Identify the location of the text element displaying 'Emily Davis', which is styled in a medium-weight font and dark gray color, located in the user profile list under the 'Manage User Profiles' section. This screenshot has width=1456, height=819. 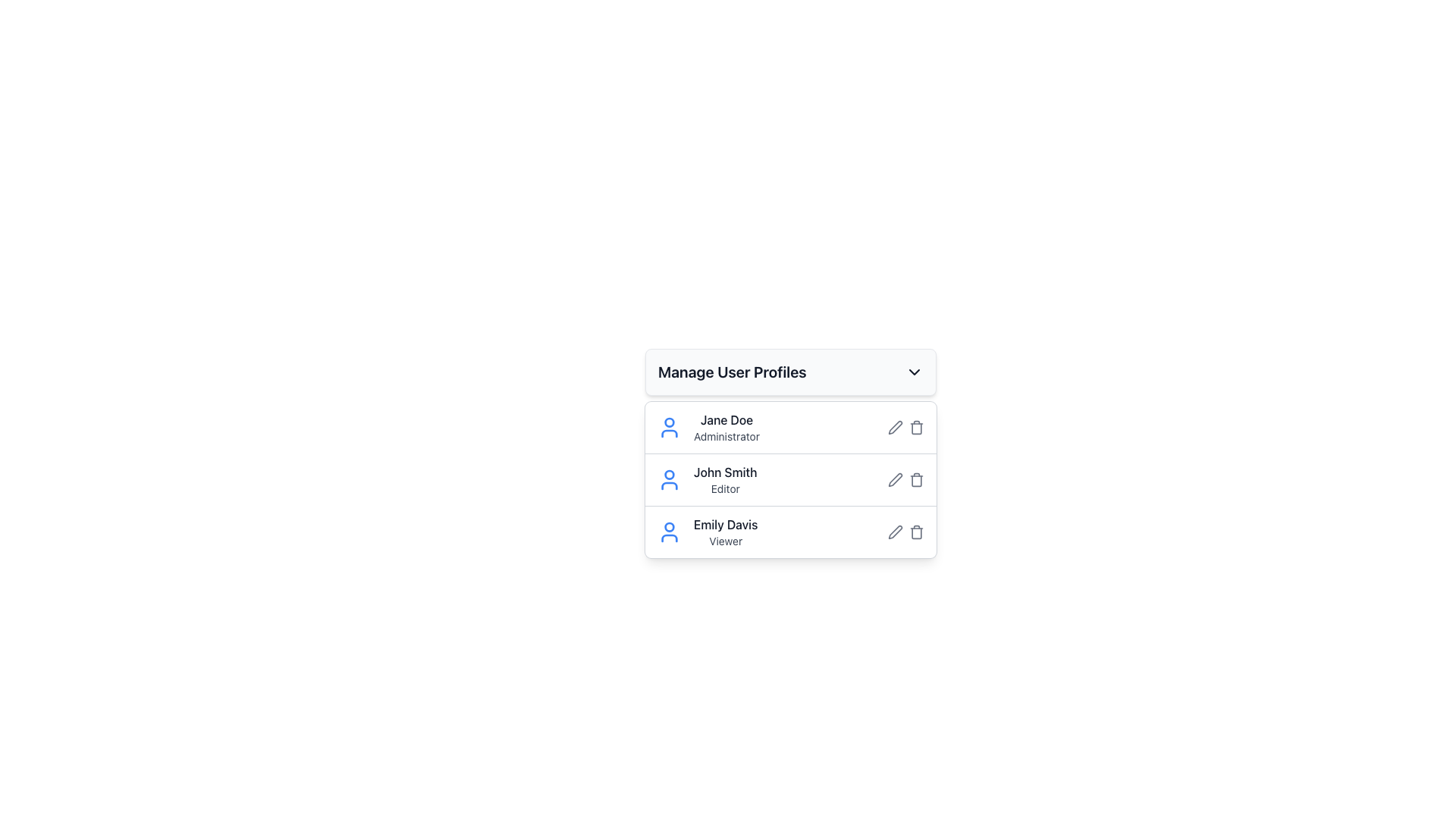
(725, 523).